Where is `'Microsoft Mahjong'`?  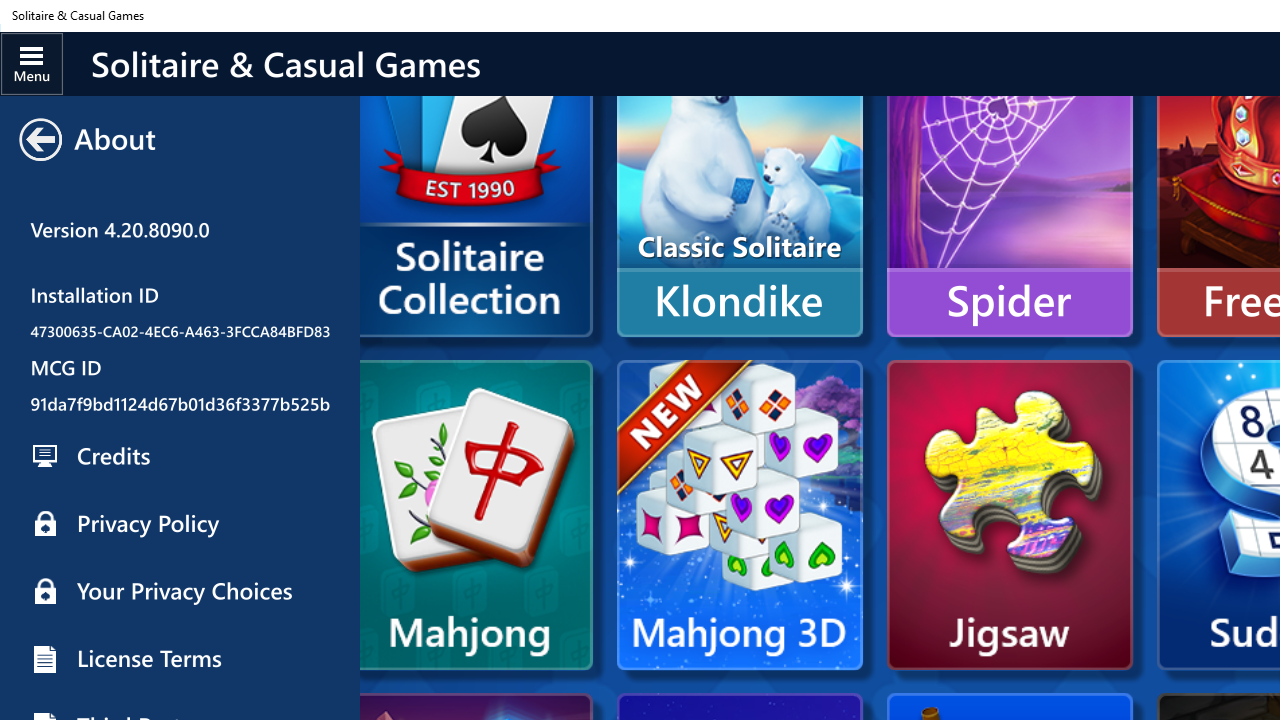 'Microsoft Mahjong' is located at coordinates (475, 514).